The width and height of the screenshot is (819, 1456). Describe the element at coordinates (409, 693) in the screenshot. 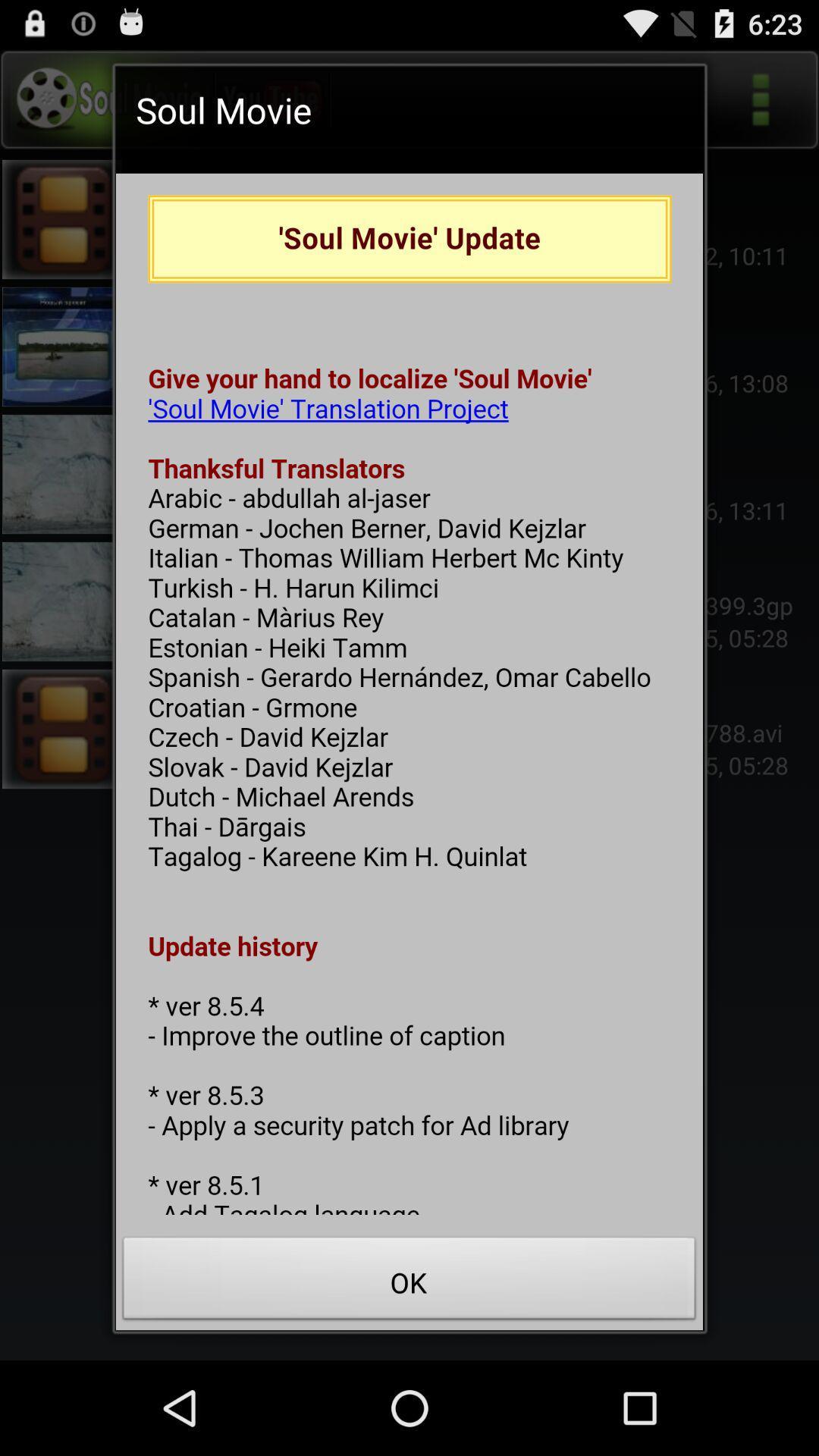

I see `link to website` at that location.